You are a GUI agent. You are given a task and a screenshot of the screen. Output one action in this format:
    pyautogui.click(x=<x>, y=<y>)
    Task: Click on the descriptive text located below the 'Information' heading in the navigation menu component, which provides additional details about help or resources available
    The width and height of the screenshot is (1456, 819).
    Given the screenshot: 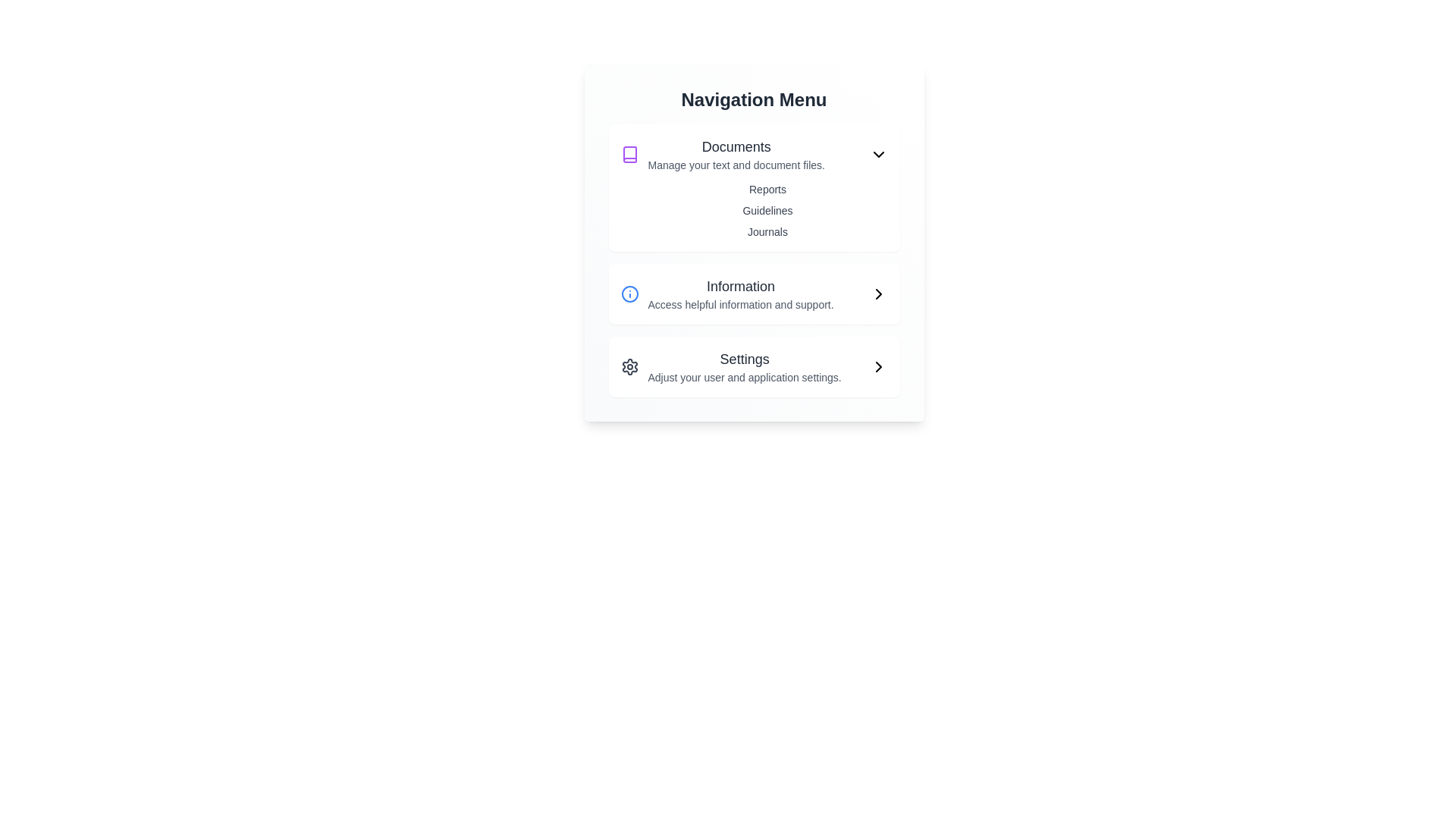 What is the action you would take?
    pyautogui.click(x=741, y=304)
    